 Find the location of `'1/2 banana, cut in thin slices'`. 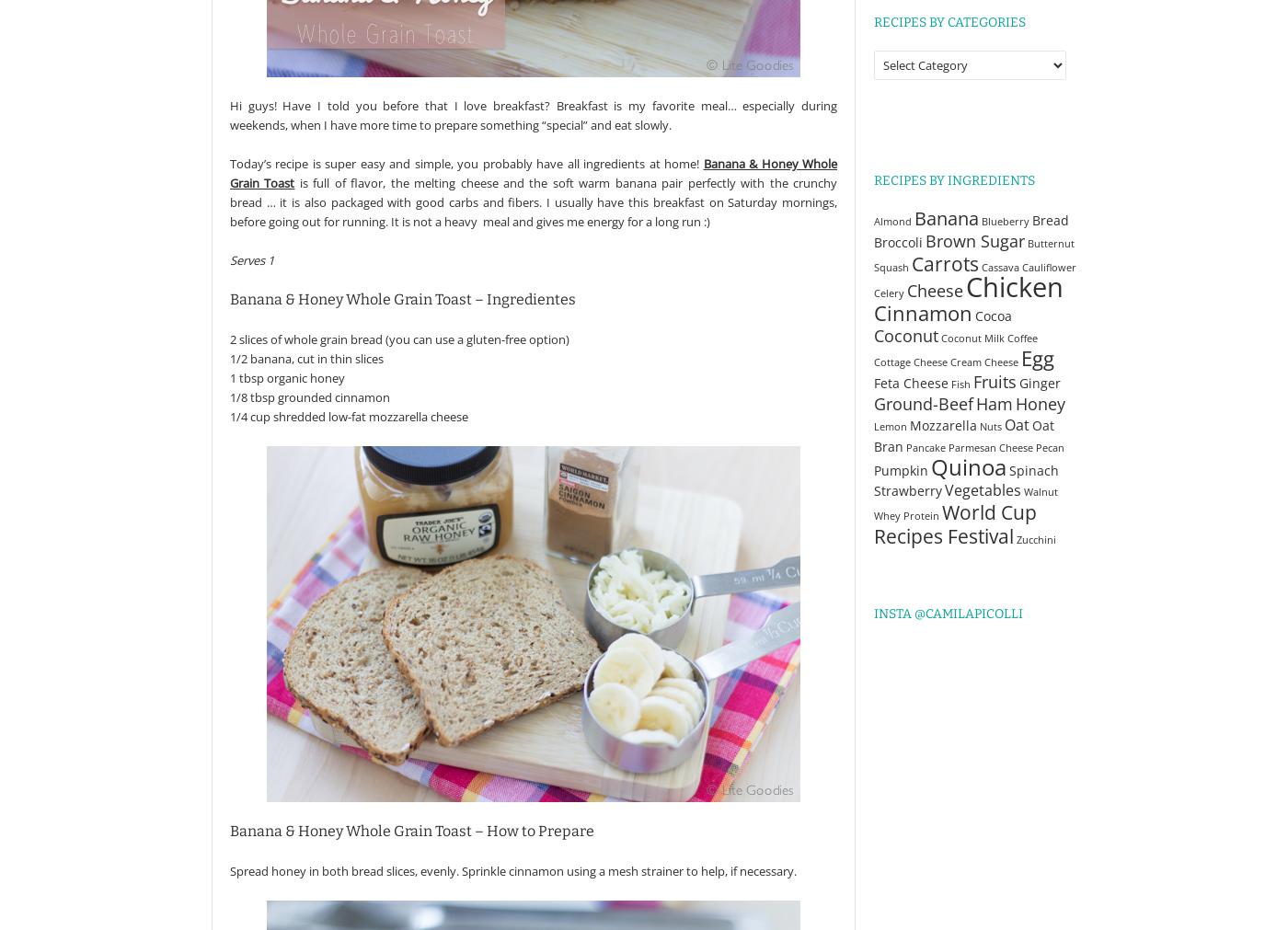

'1/2 banana, cut in thin slices' is located at coordinates (306, 358).